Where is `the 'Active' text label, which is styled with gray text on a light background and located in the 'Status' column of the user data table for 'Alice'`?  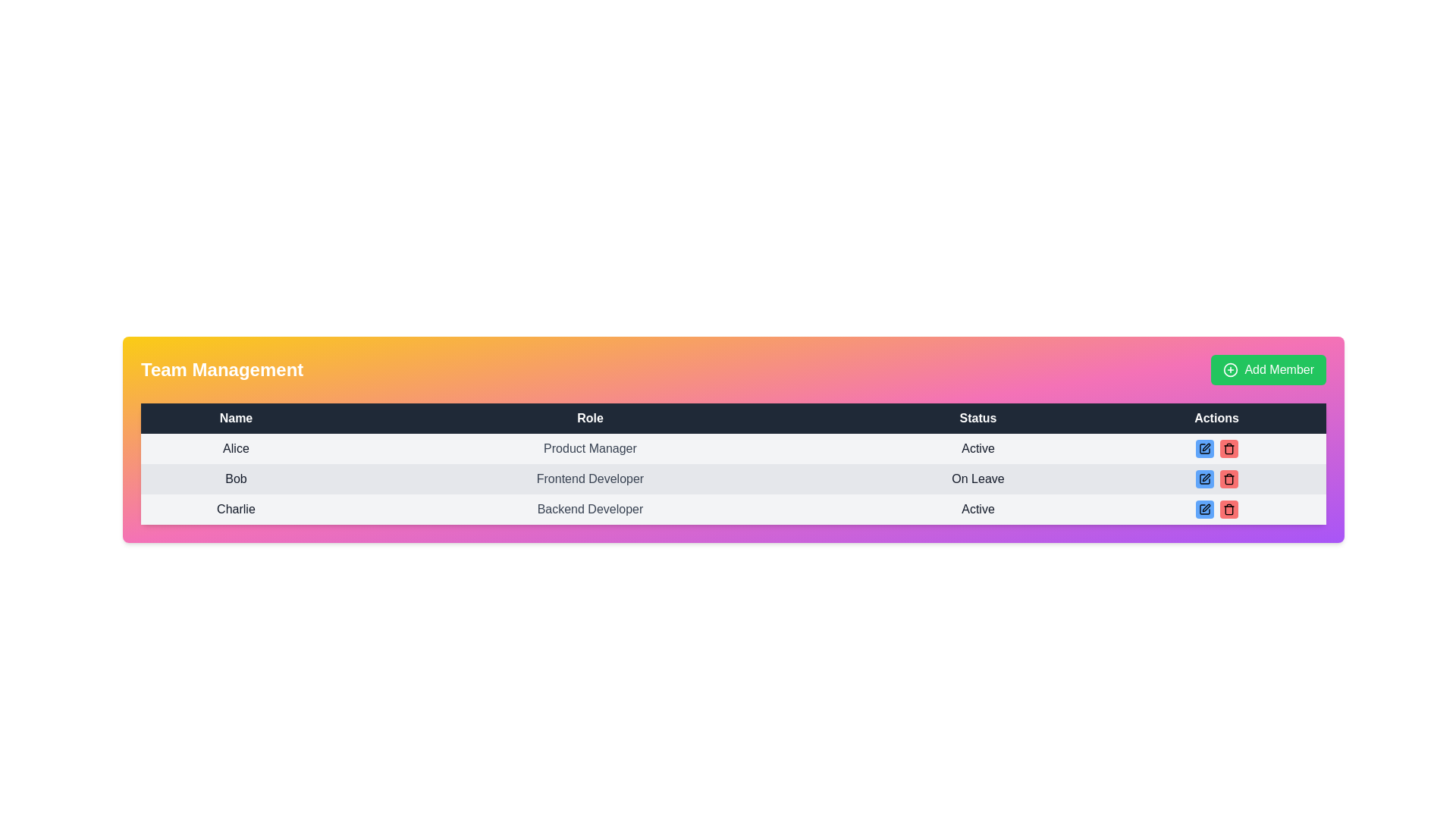
the 'Active' text label, which is styled with gray text on a light background and located in the 'Status' column of the user data table for 'Alice' is located at coordinates (978, 447).